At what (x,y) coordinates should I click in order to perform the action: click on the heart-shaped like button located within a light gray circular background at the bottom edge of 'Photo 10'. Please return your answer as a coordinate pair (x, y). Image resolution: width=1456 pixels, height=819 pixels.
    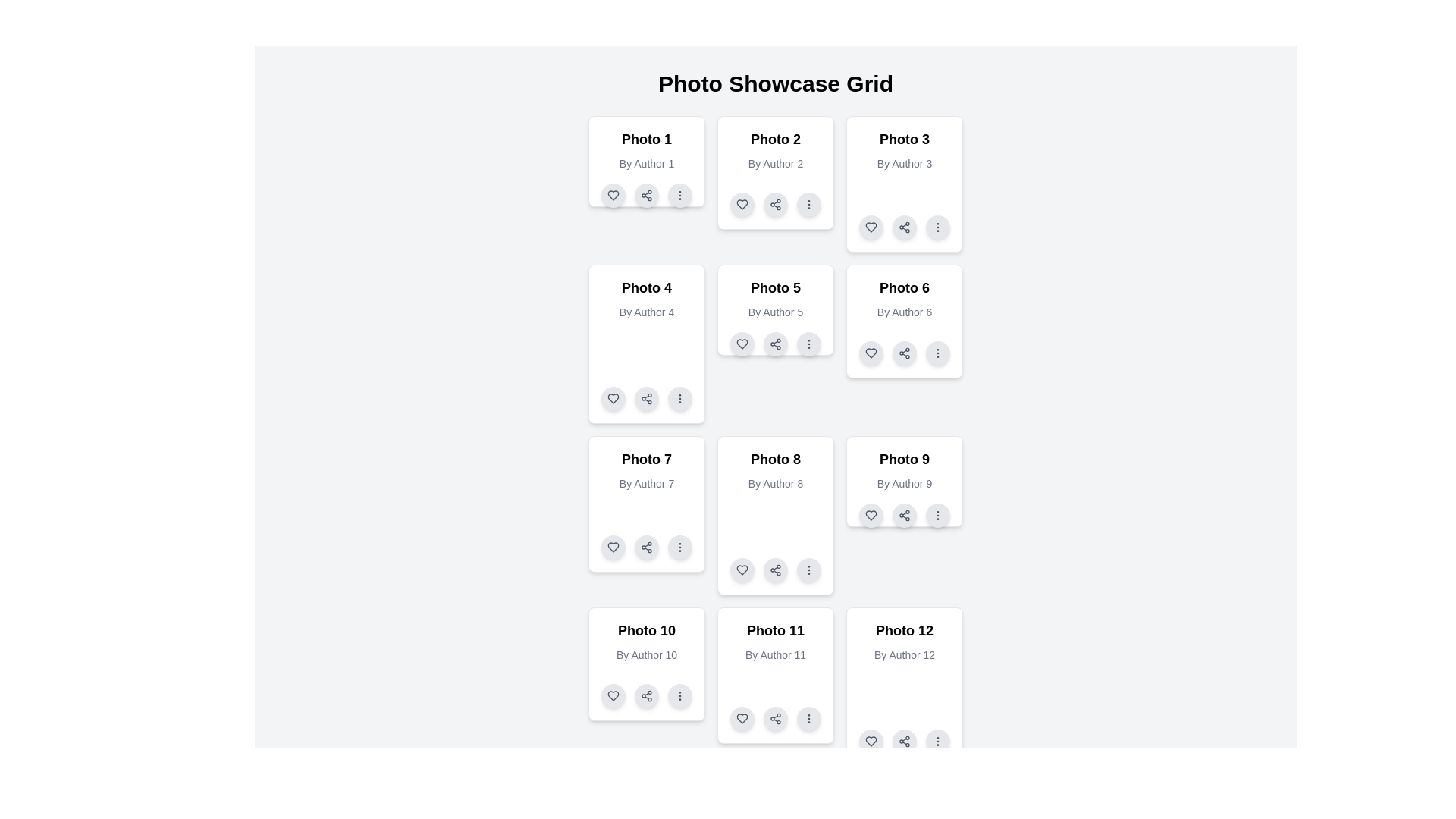
    Looking at the image, I should click on (613, 696).